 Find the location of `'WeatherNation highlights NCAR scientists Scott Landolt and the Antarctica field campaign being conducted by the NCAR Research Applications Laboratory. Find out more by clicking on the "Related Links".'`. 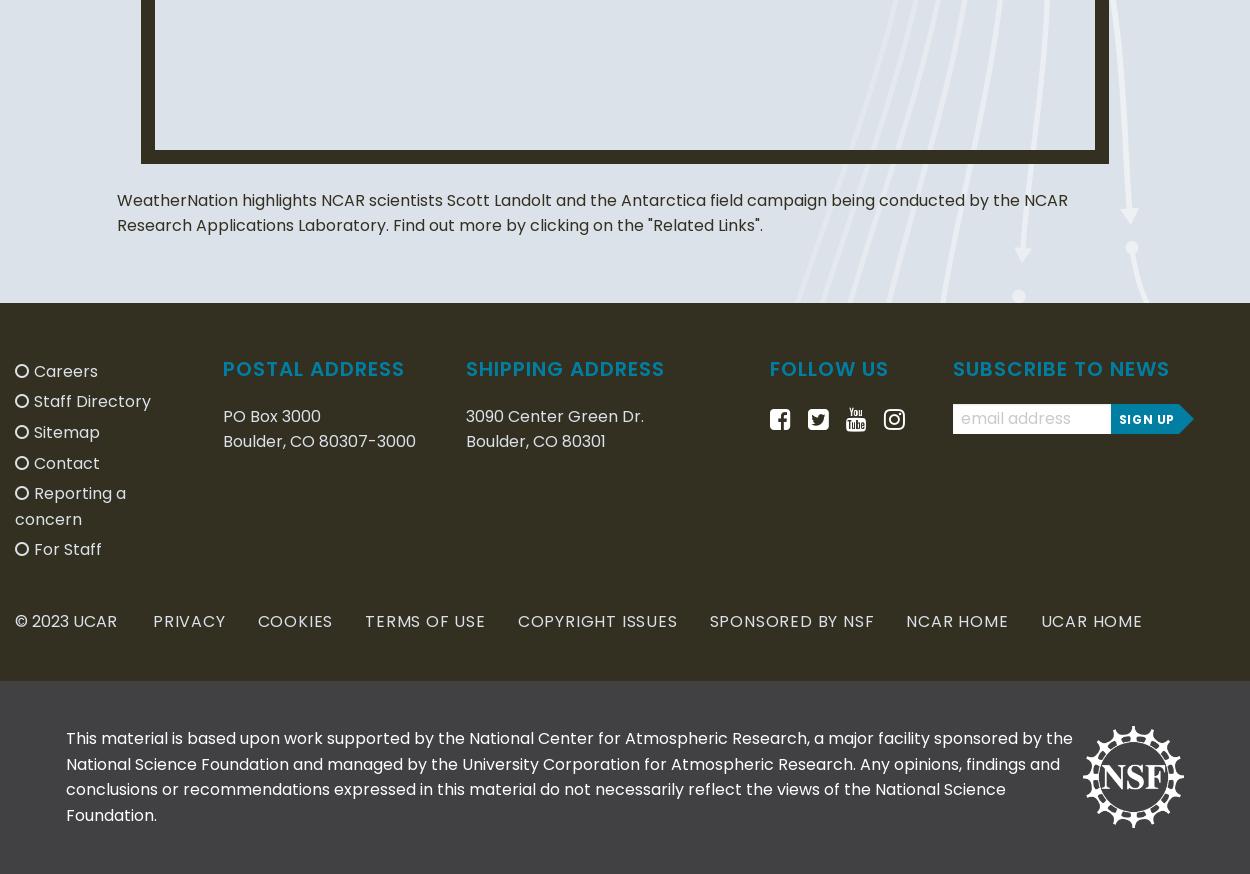

'WeatherNation highlights NCAR scientists Scott Landolt and the Antarctica field campaign being conducted by the NCAR Research Applications Laboratory. Find out more by clicking on the "Related Links".' is located at coordinates (590, 211).